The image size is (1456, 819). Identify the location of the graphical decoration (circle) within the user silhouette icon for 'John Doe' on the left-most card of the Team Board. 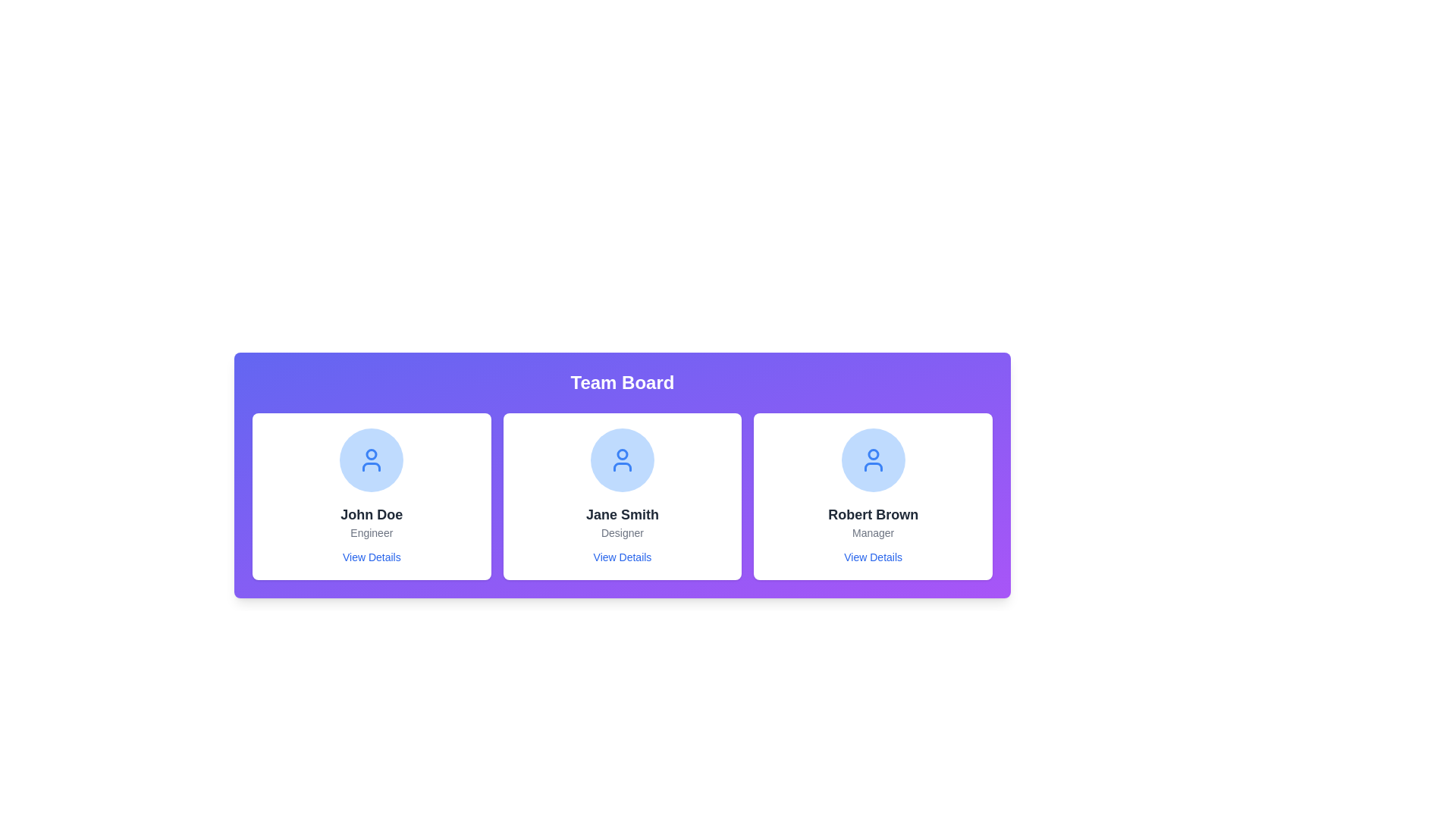
(372, 453).